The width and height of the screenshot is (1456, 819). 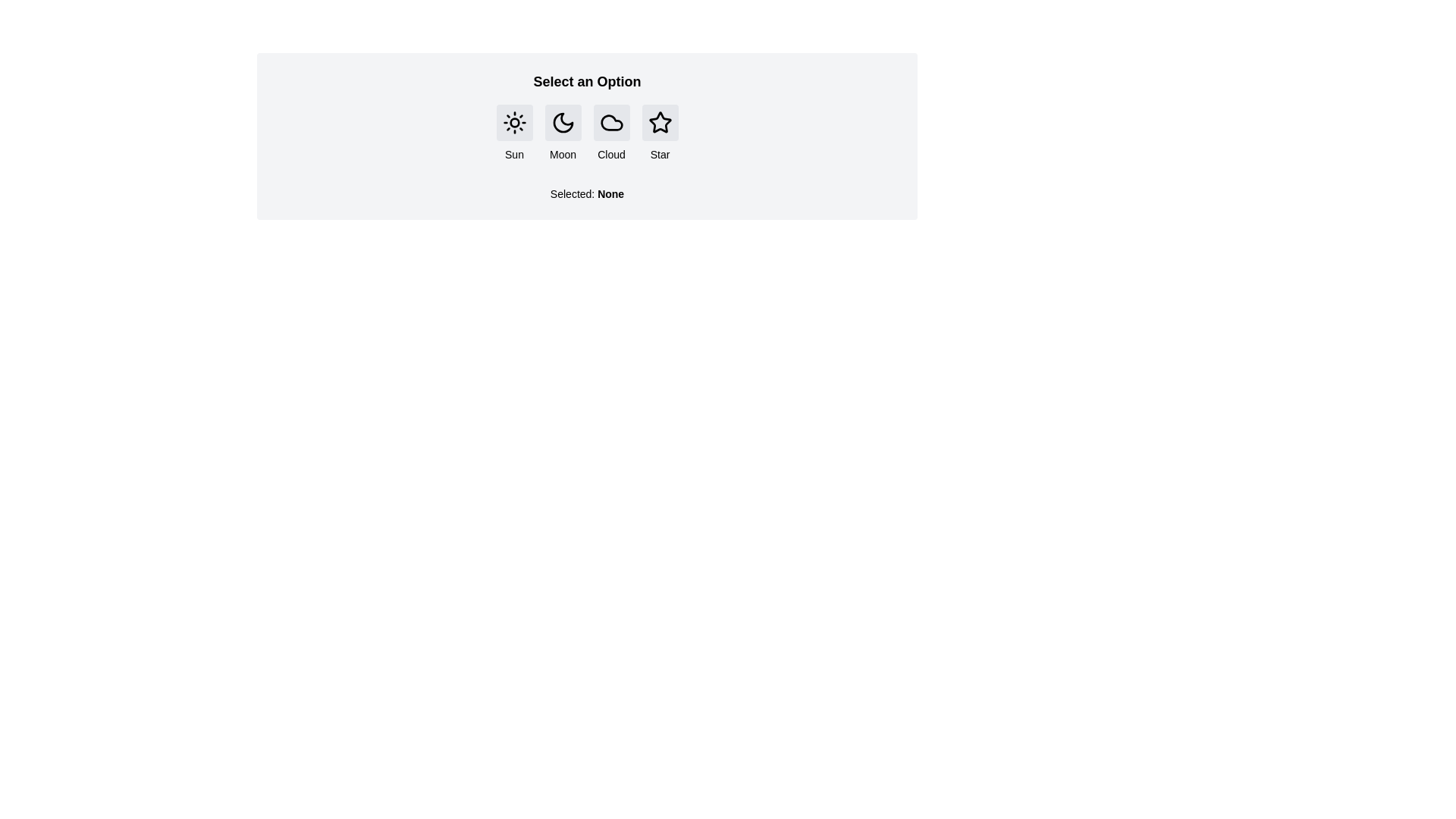 I want to click on the crescent moon icon button, which is the second icon in a row of four buttons labeled 'Sun,' 'Moon,' 'Cloud,' and 'Star', so click(x=562, y=122).